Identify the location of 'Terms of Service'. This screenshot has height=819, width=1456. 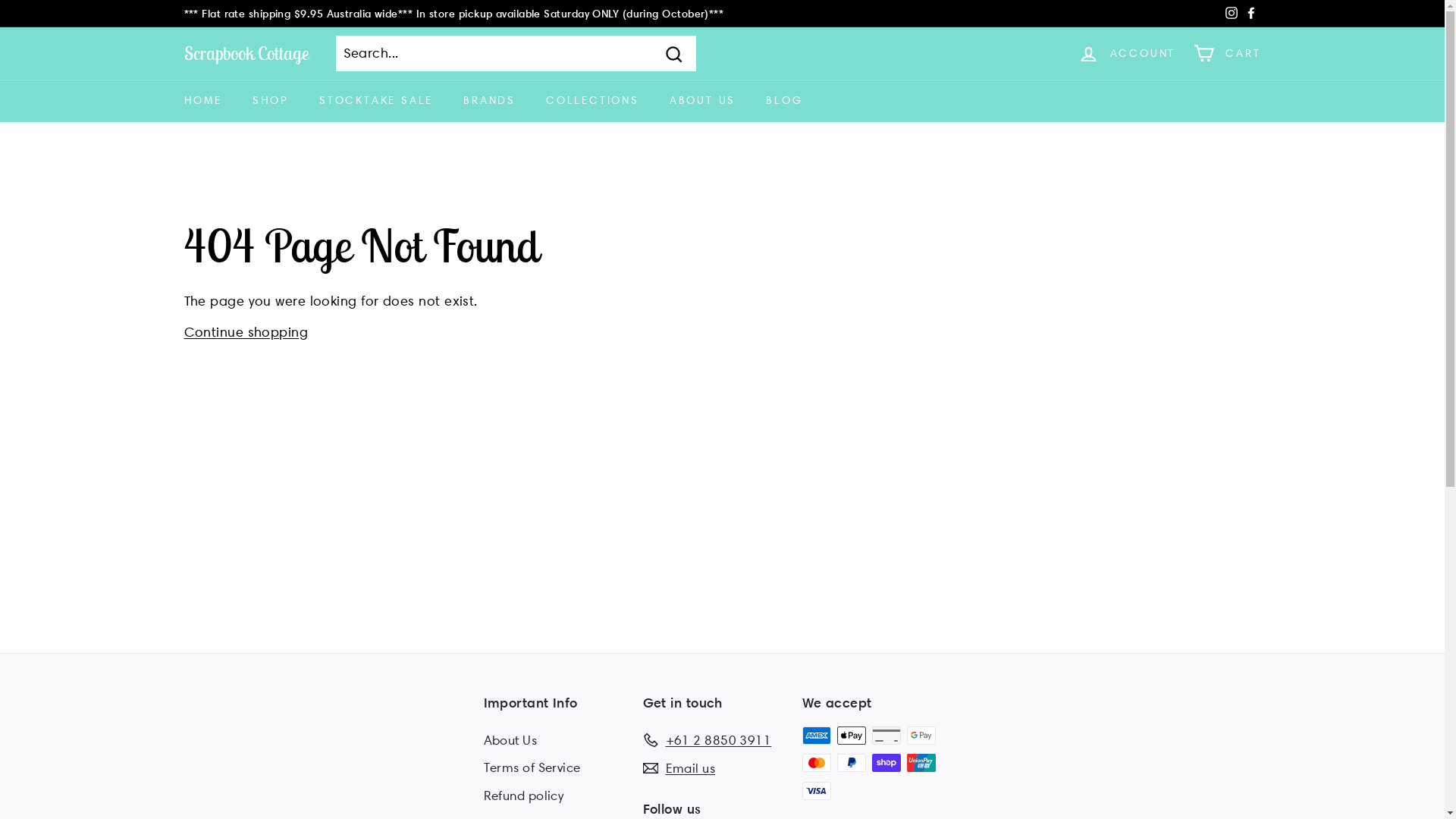
(532, 767).